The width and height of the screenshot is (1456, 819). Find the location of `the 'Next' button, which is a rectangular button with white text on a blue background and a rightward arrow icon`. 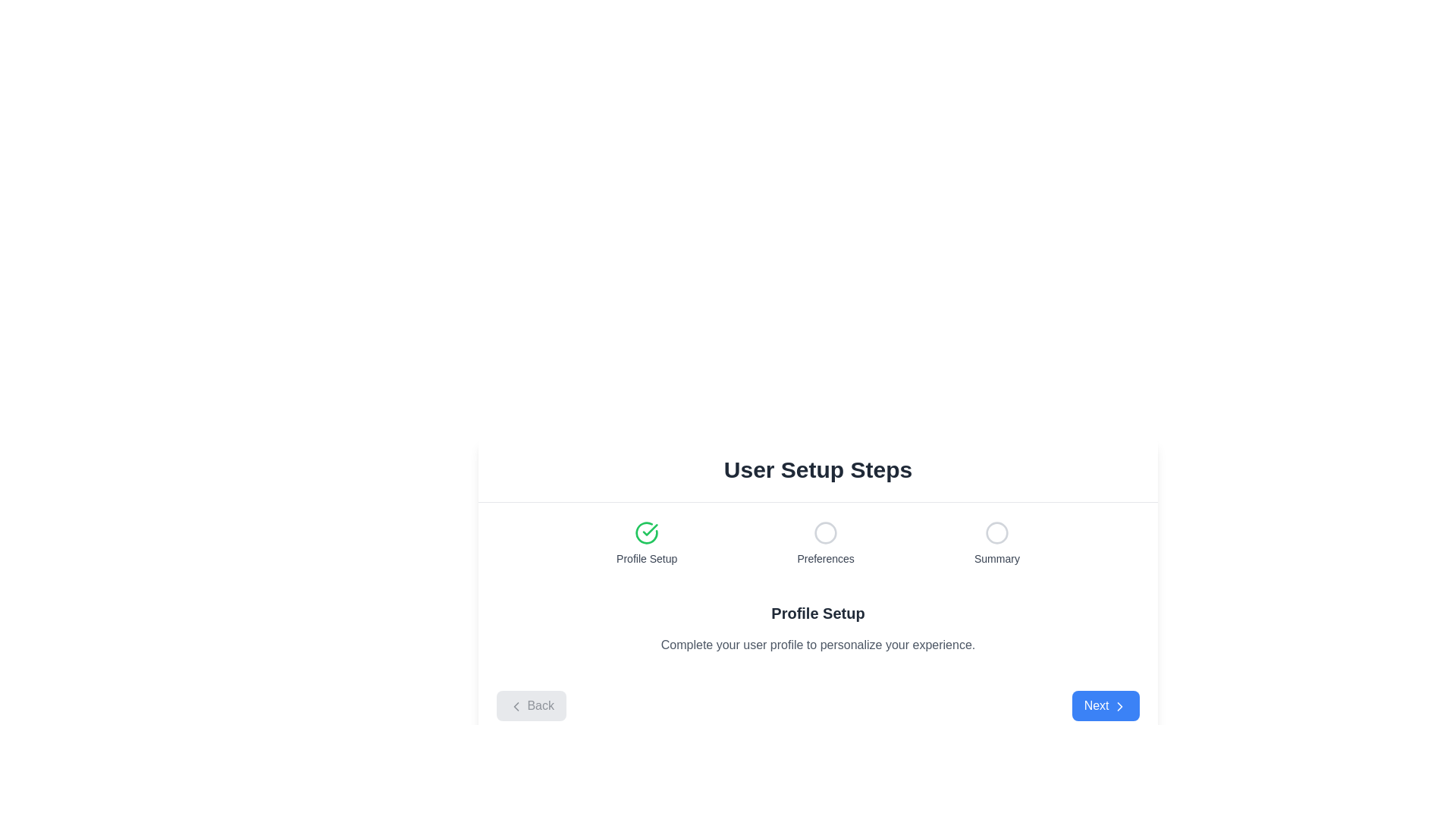

the 'Next' button, which is a rectangular button with white text on a blue background and a rightward arrow icon is located at coordinates (1106, 705).